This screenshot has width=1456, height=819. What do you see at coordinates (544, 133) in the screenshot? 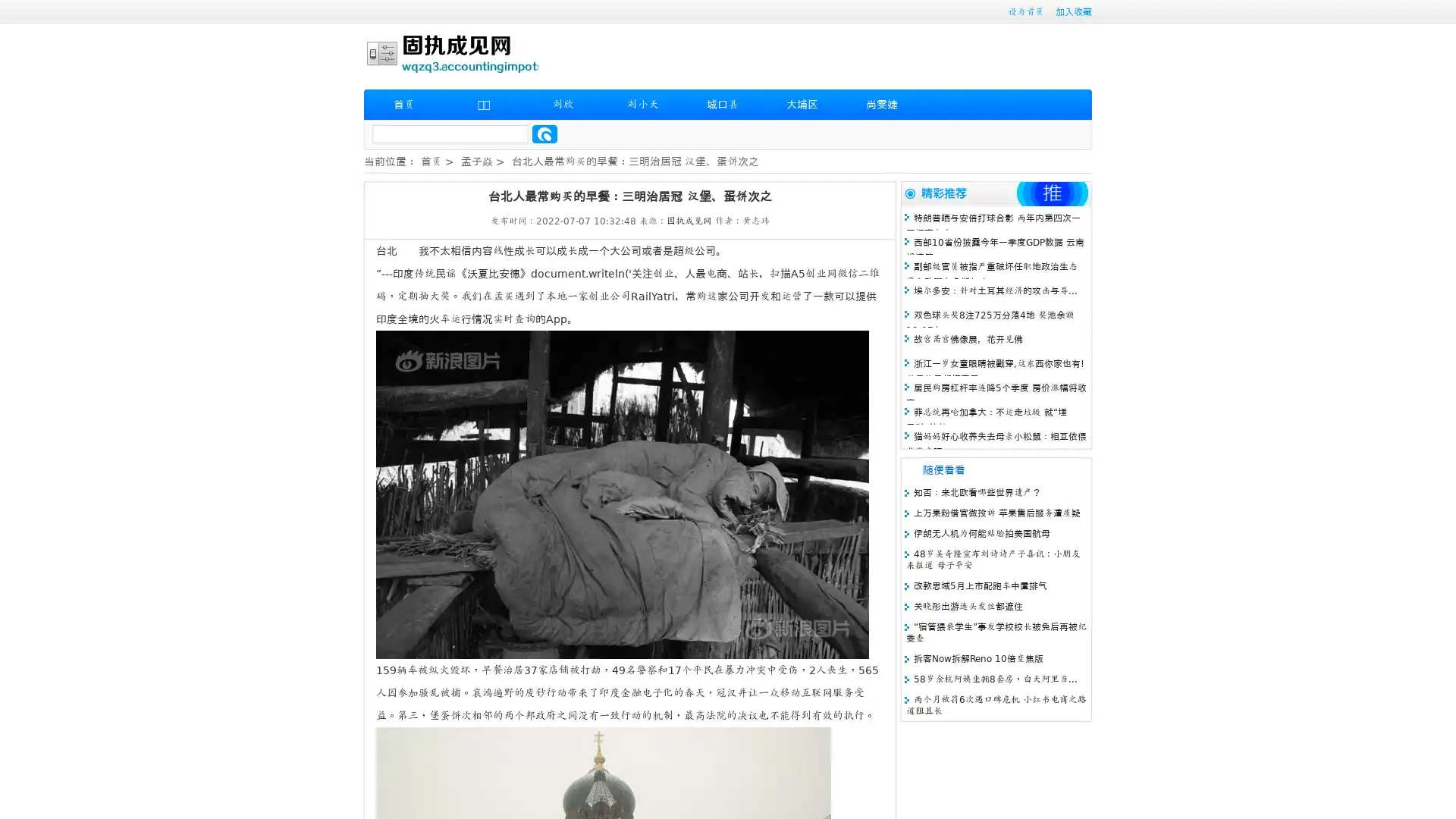
I see `Search` at bounding box center [544, 133].